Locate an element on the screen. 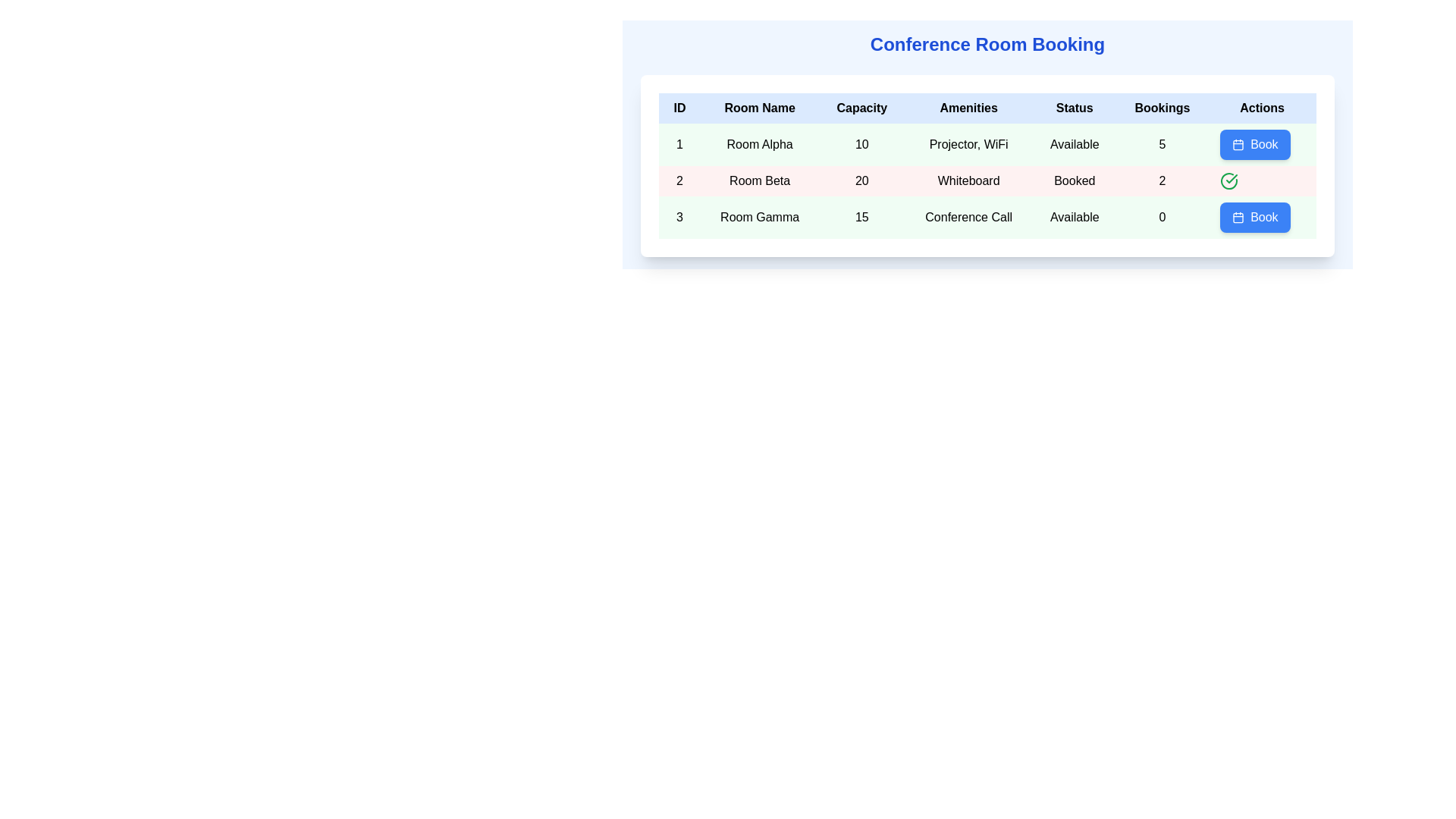  the circular icon with a green outline and a checkmark, located in the 'Actions' column of the second row in the booking table, aligned with 'Room Beta' is located at coordinates (1229, 180).